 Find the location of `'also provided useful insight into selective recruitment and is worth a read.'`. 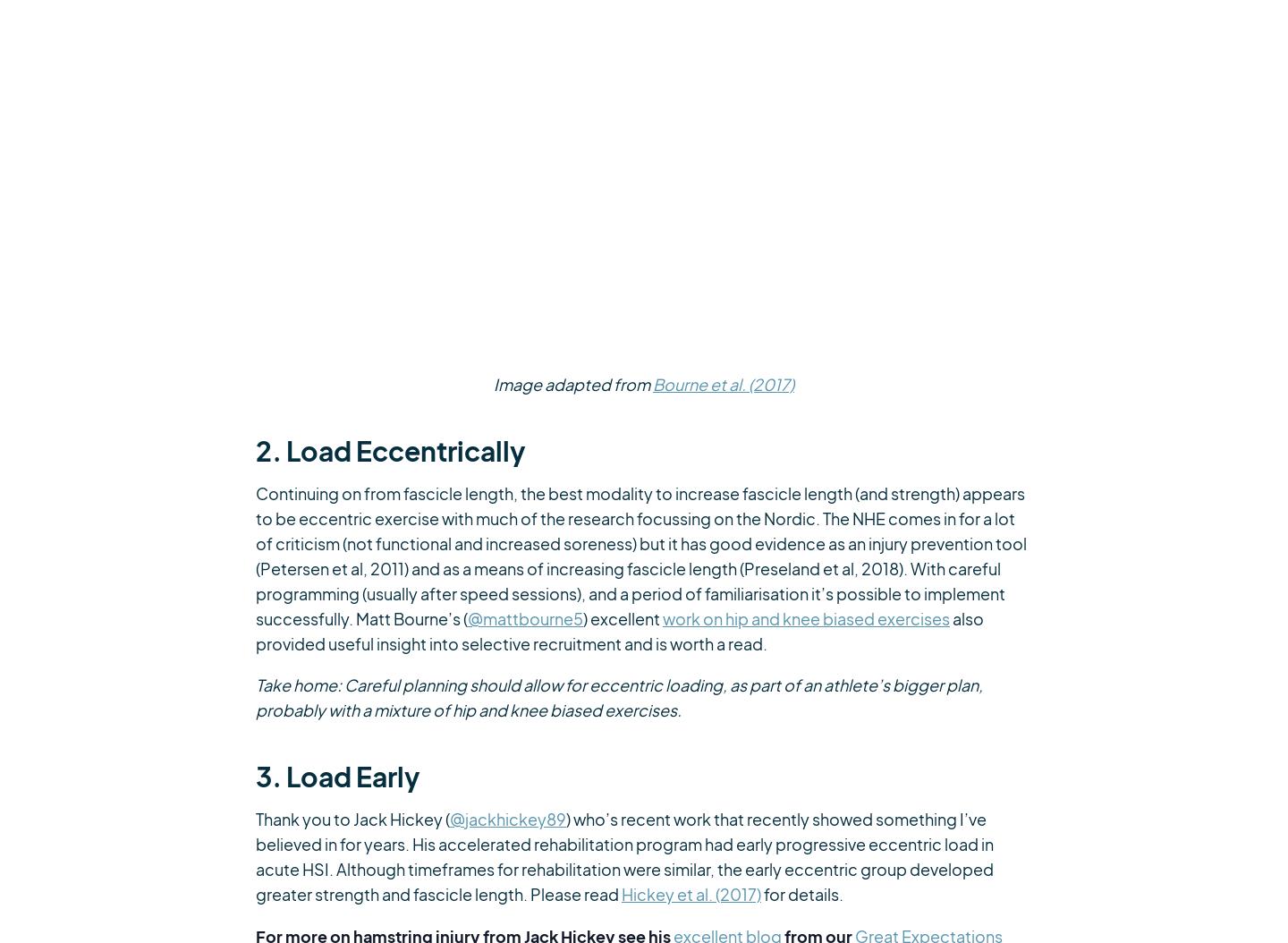

'also provided useful insight into selective recruitment and is worth a read.' is located at coordinates (619, 630).